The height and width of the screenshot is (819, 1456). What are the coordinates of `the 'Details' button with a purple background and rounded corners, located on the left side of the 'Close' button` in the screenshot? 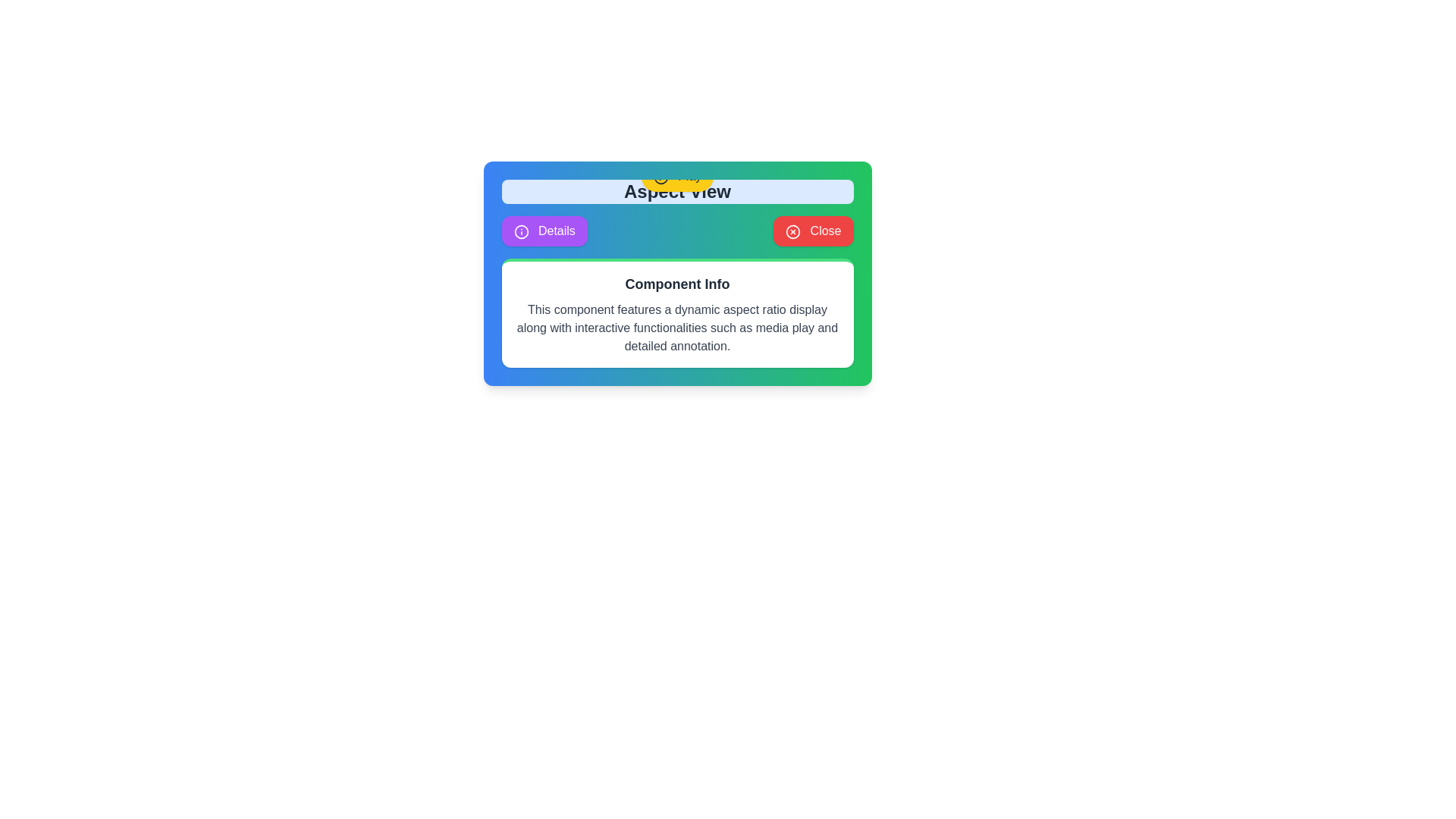 It's located at (544, 231).